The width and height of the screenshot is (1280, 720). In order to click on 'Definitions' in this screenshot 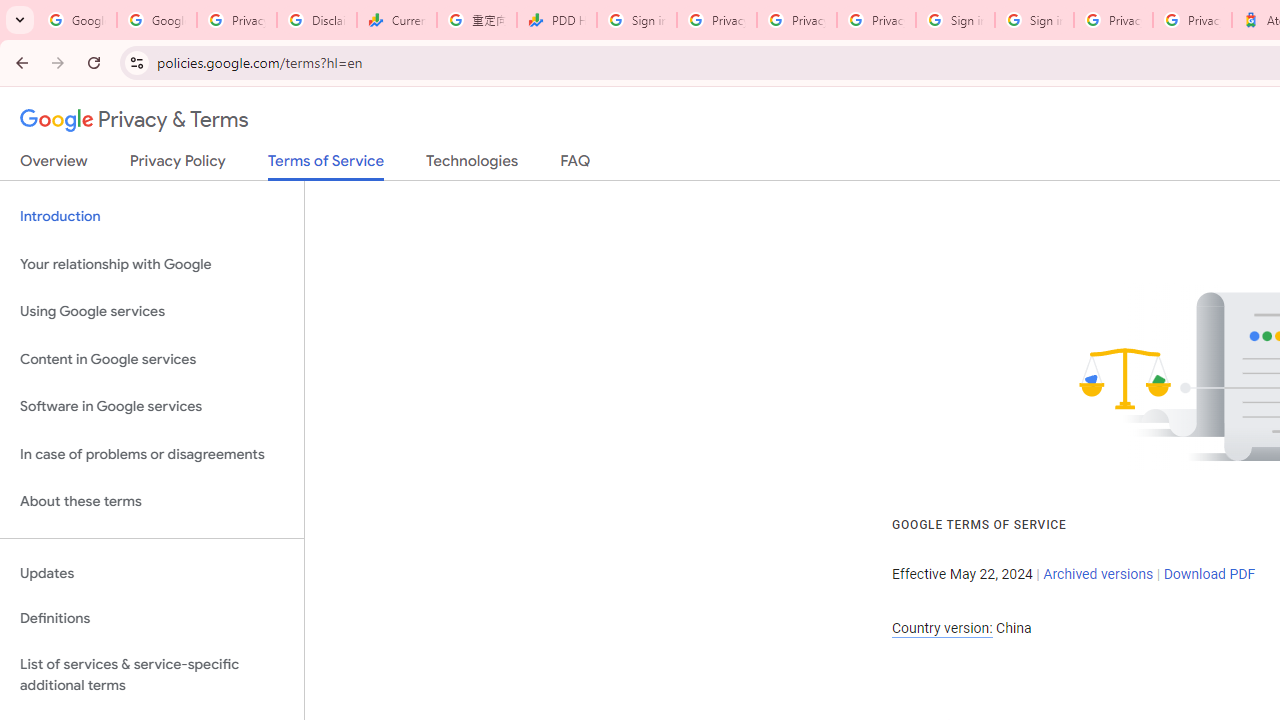, I will do `click(151, 618)`.